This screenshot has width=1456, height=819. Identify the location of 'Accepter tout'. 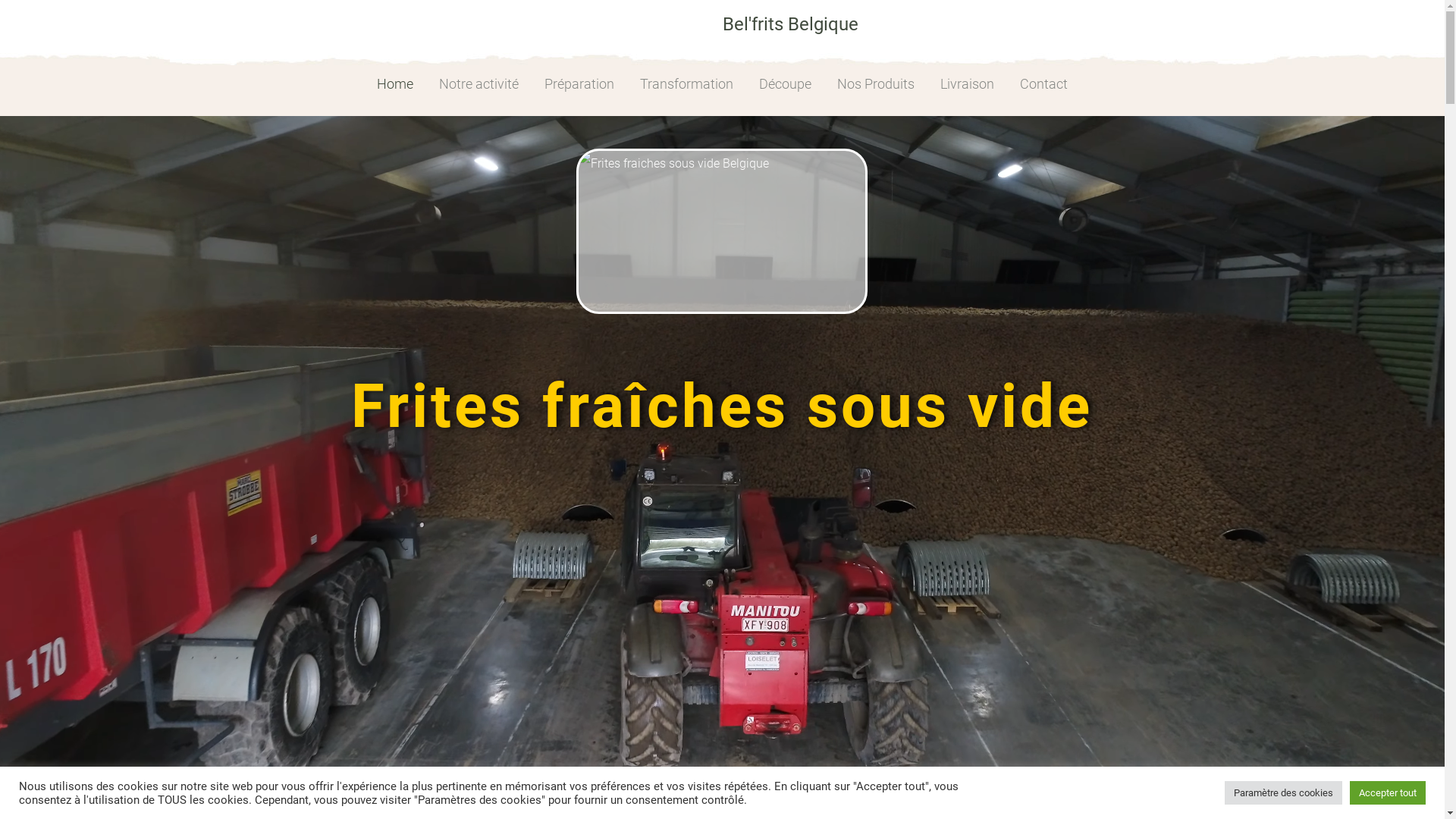
(1387, 792).